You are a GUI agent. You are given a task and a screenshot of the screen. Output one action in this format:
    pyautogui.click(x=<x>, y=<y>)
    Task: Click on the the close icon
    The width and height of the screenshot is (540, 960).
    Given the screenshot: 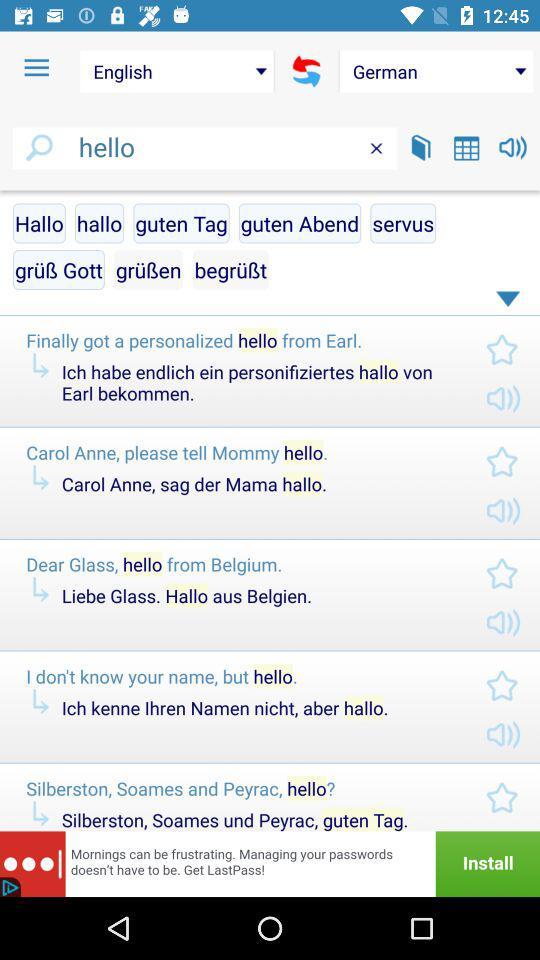 What is the action you would take?
    pyautogui.click(x=376, y=147)
    